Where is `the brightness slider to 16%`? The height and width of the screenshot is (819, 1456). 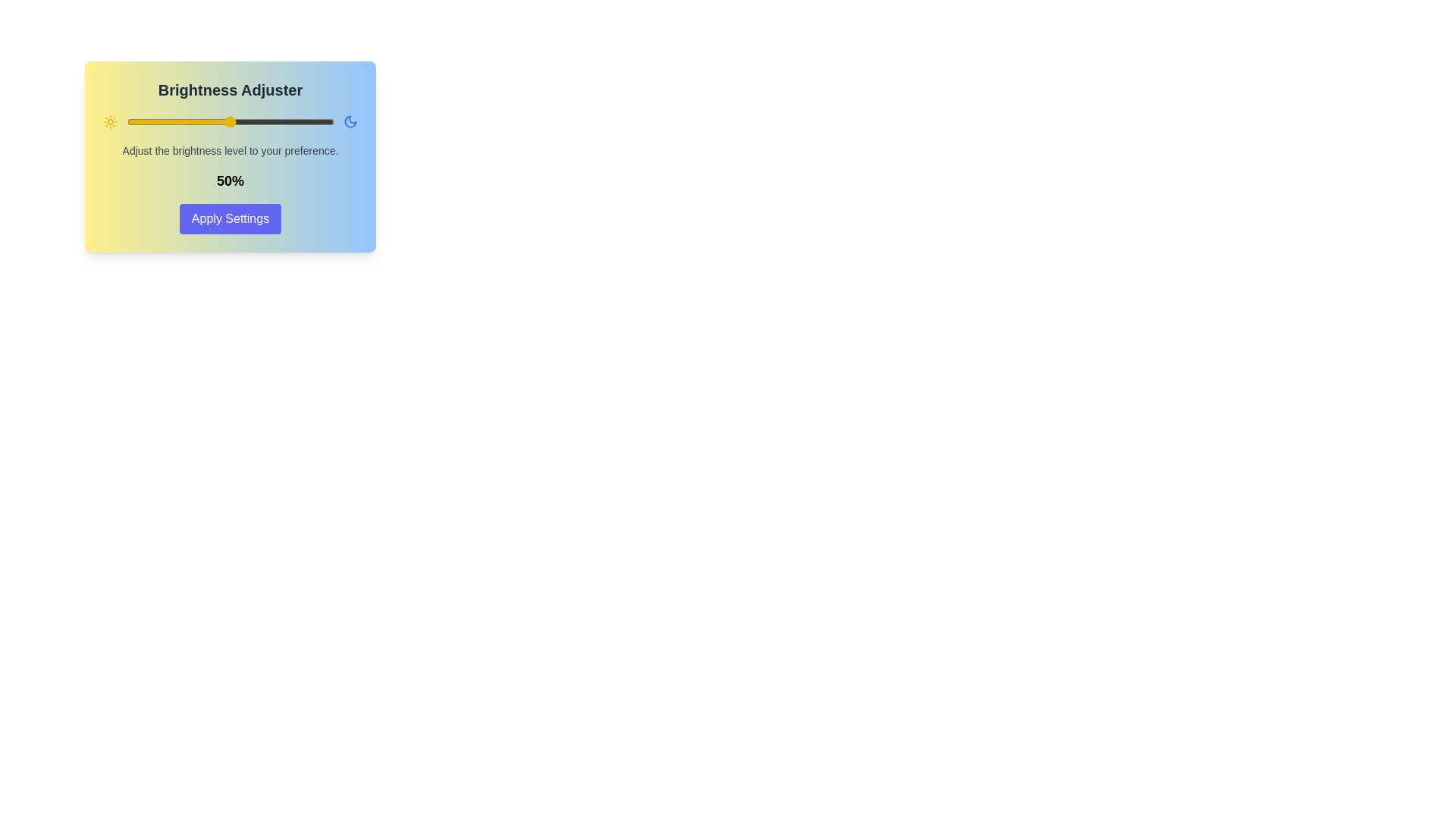
the brightness slider to 16% is located at coordinates (160, 121).